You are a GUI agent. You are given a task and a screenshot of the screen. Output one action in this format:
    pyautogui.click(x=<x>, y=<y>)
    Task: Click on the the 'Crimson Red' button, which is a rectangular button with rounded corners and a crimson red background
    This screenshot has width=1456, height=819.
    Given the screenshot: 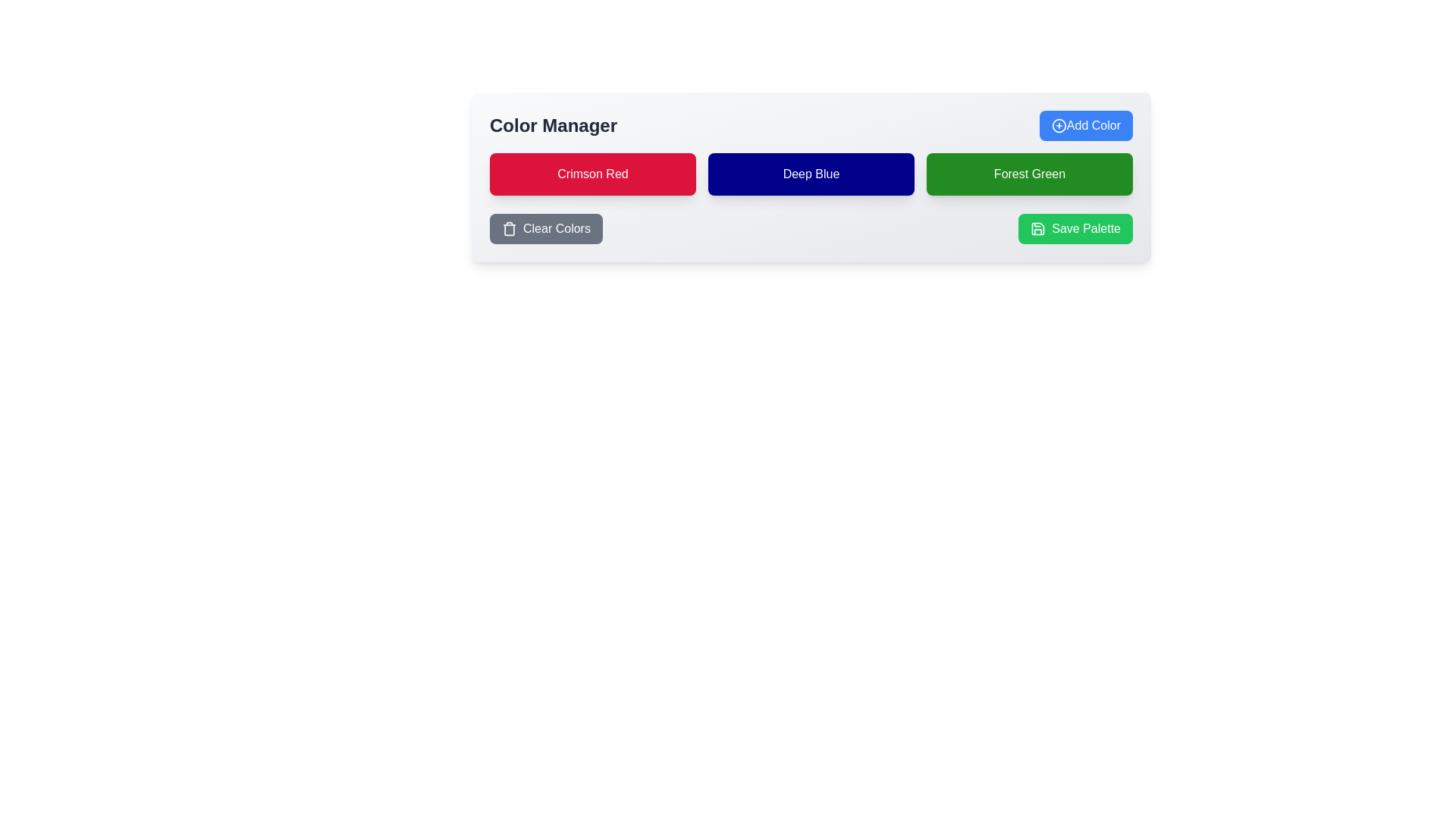 What is the action you would take?
    pyautogui.click(x=592, y=174)
    